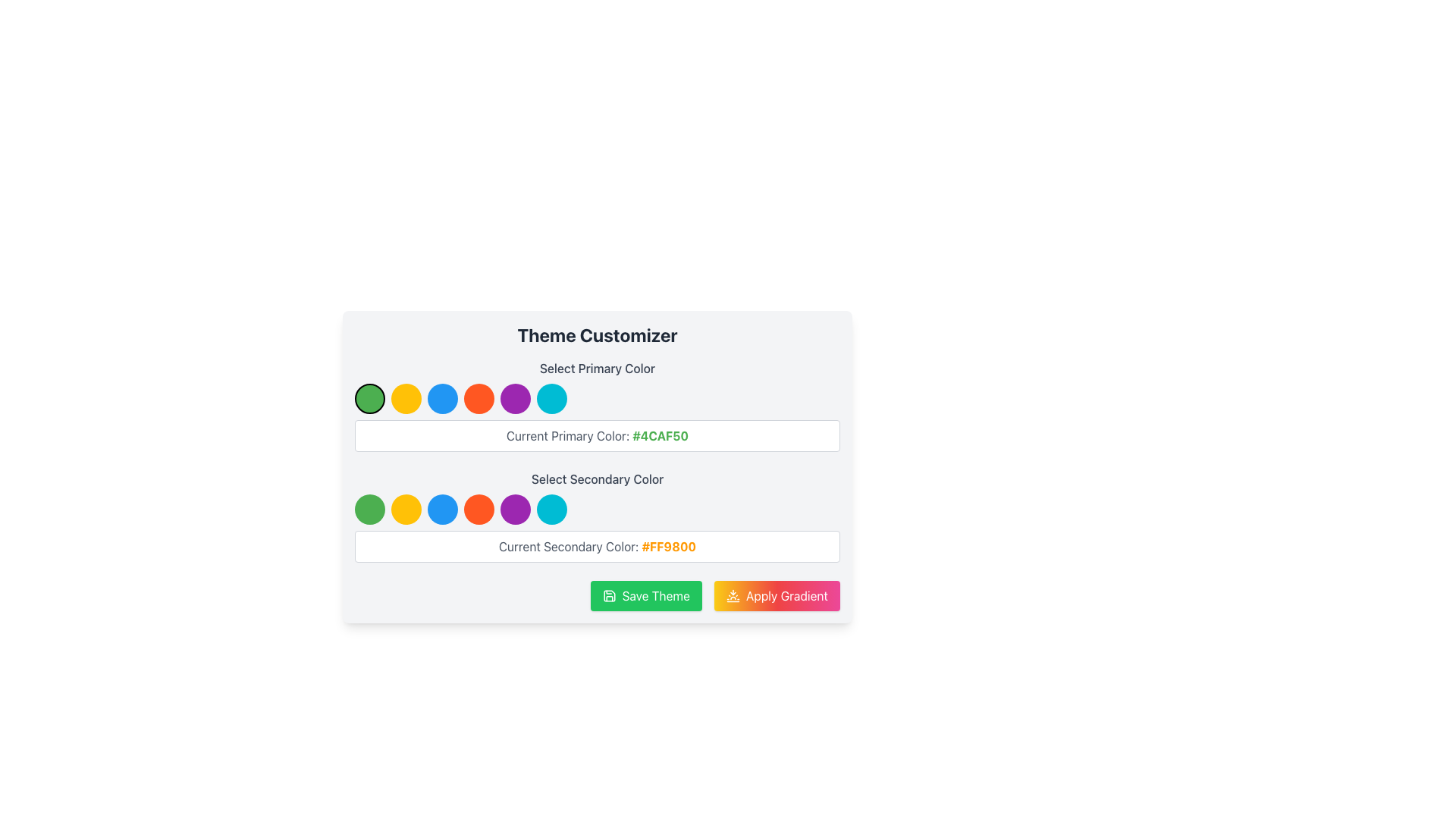 The image size is (1456, 819). What do you see at coordinates (596, 405) in the screenshot?
I see `the circular color button in the color selection interface located in the 'Theme Customizer' section` at bounding box center [596, 405].